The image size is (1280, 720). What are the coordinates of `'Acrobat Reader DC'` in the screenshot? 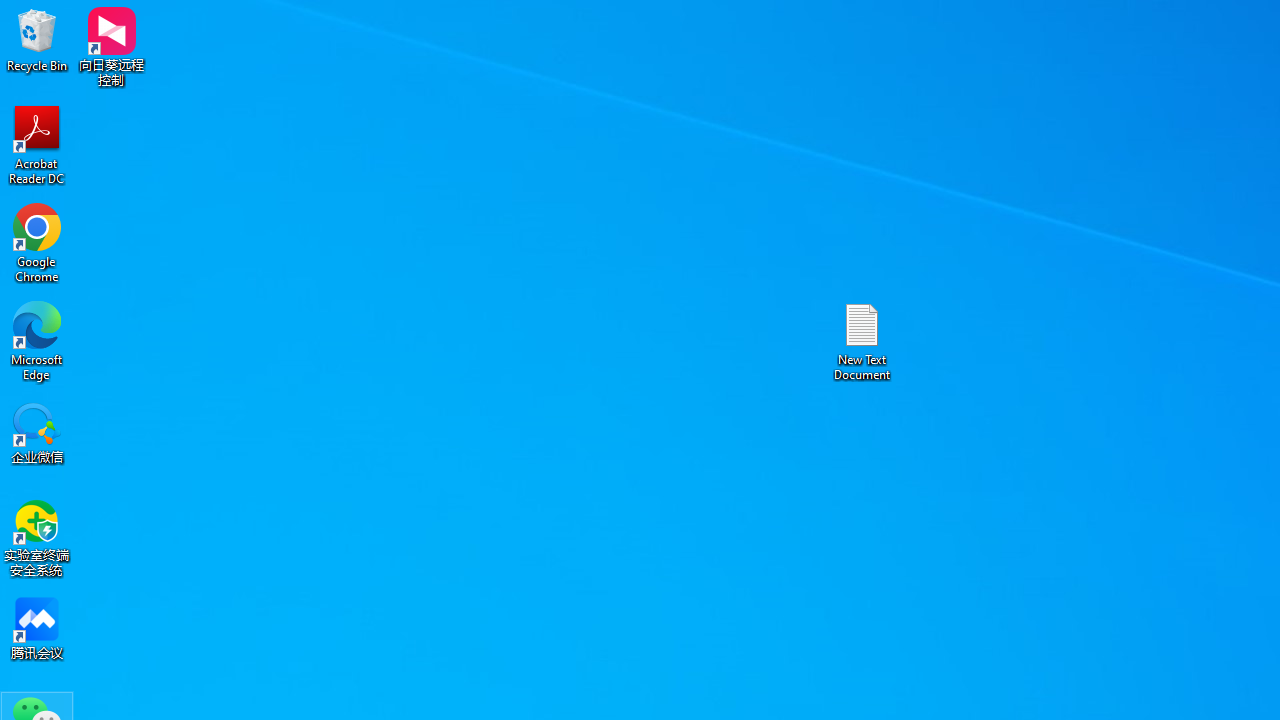 It's located at (37, 144).